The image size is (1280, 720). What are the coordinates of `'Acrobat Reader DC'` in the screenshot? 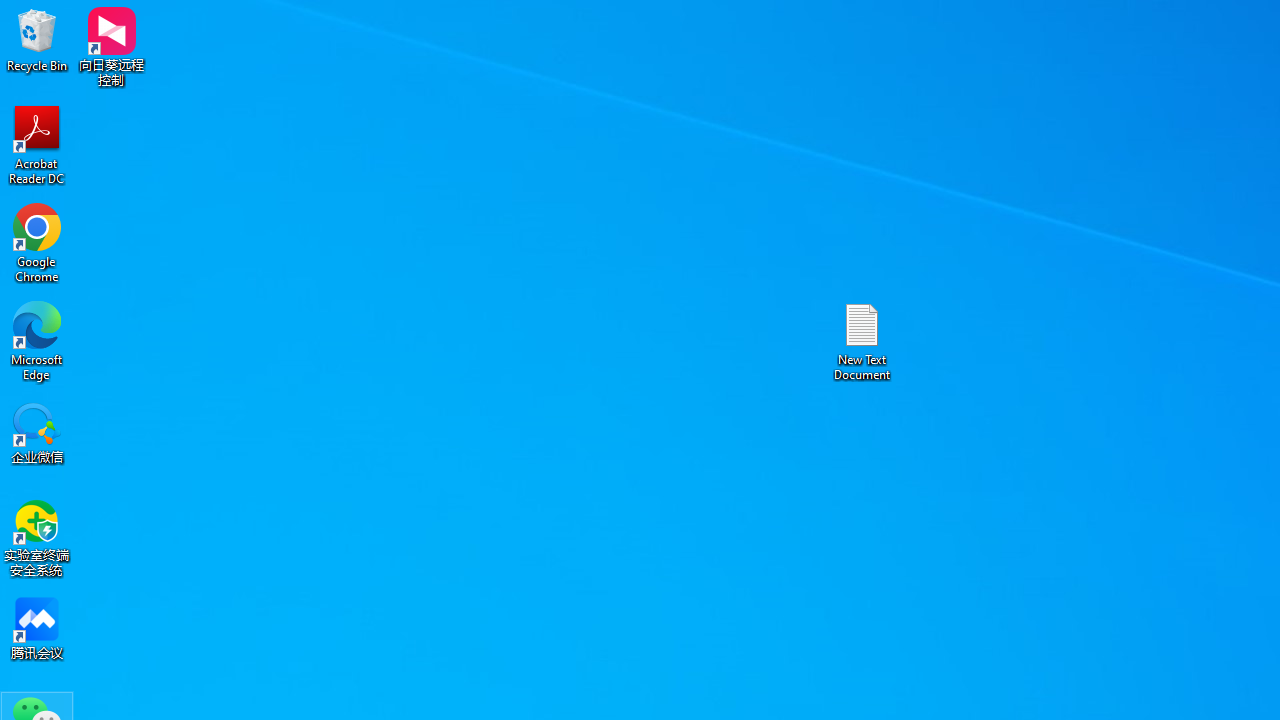 It's located at (37, 144).